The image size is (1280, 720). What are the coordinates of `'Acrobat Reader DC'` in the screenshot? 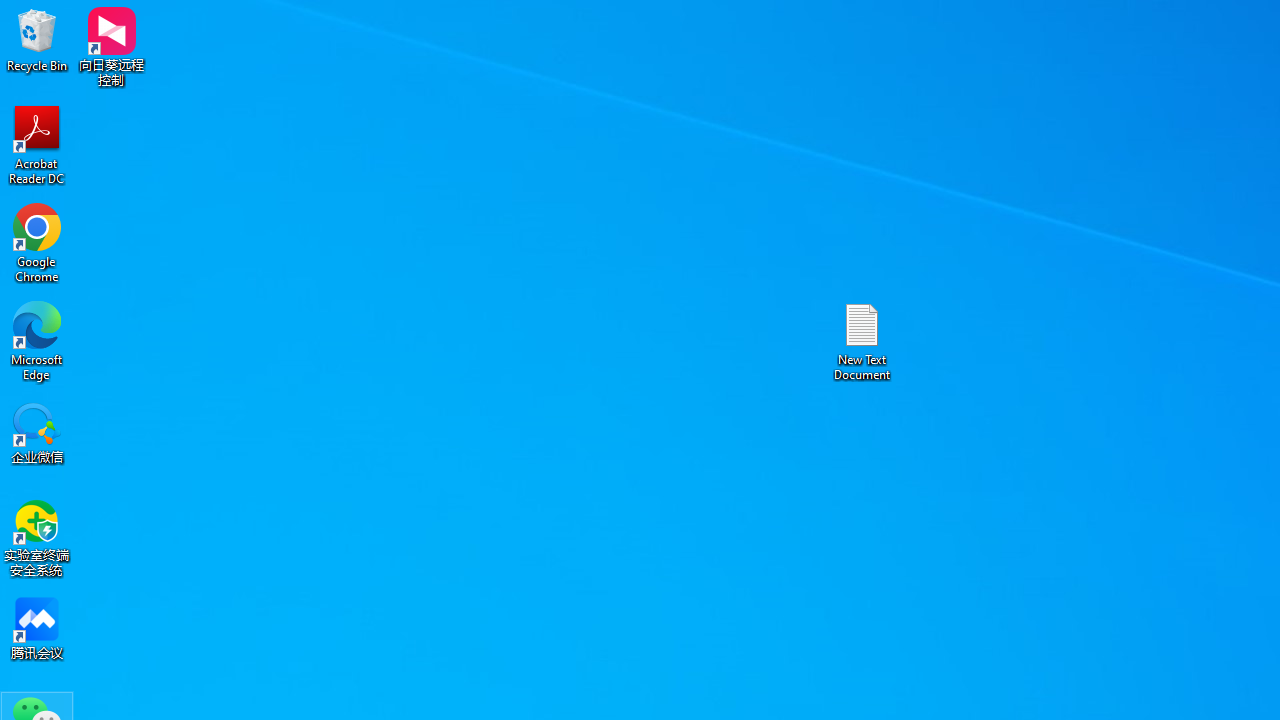 It's located at (37, 144).